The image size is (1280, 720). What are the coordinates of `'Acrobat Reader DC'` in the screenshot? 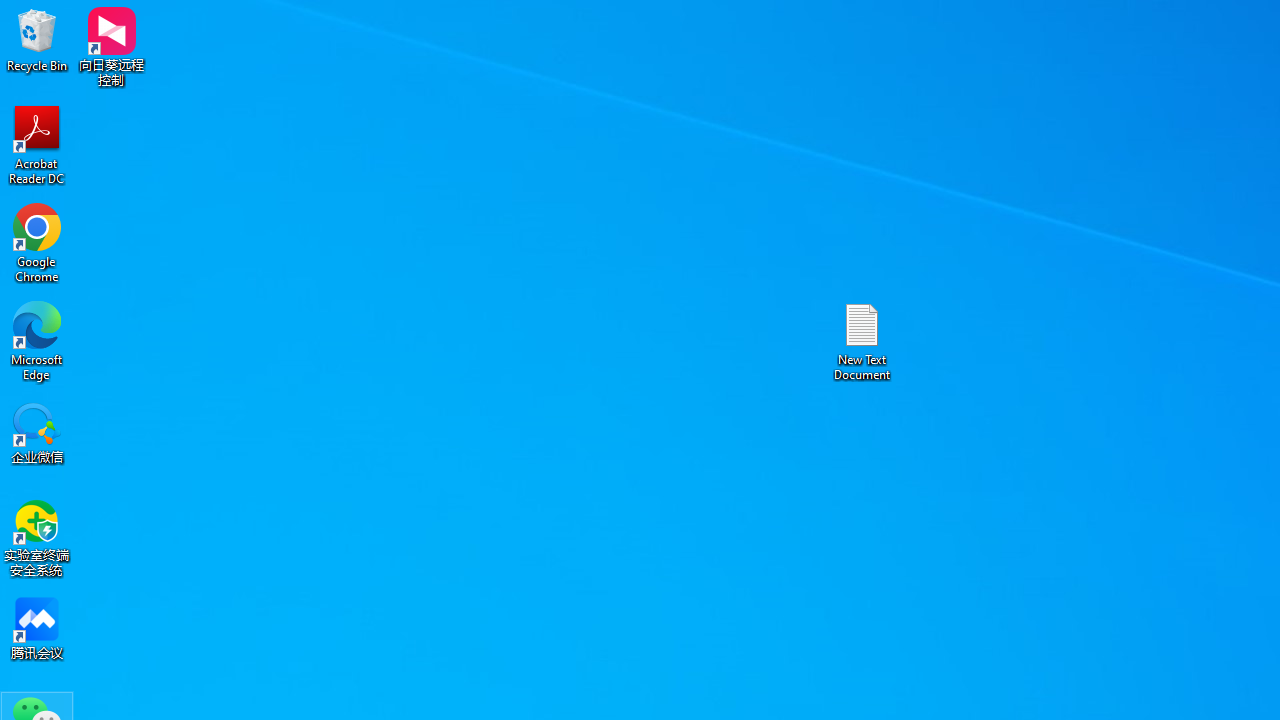 It's located at (37, 144).